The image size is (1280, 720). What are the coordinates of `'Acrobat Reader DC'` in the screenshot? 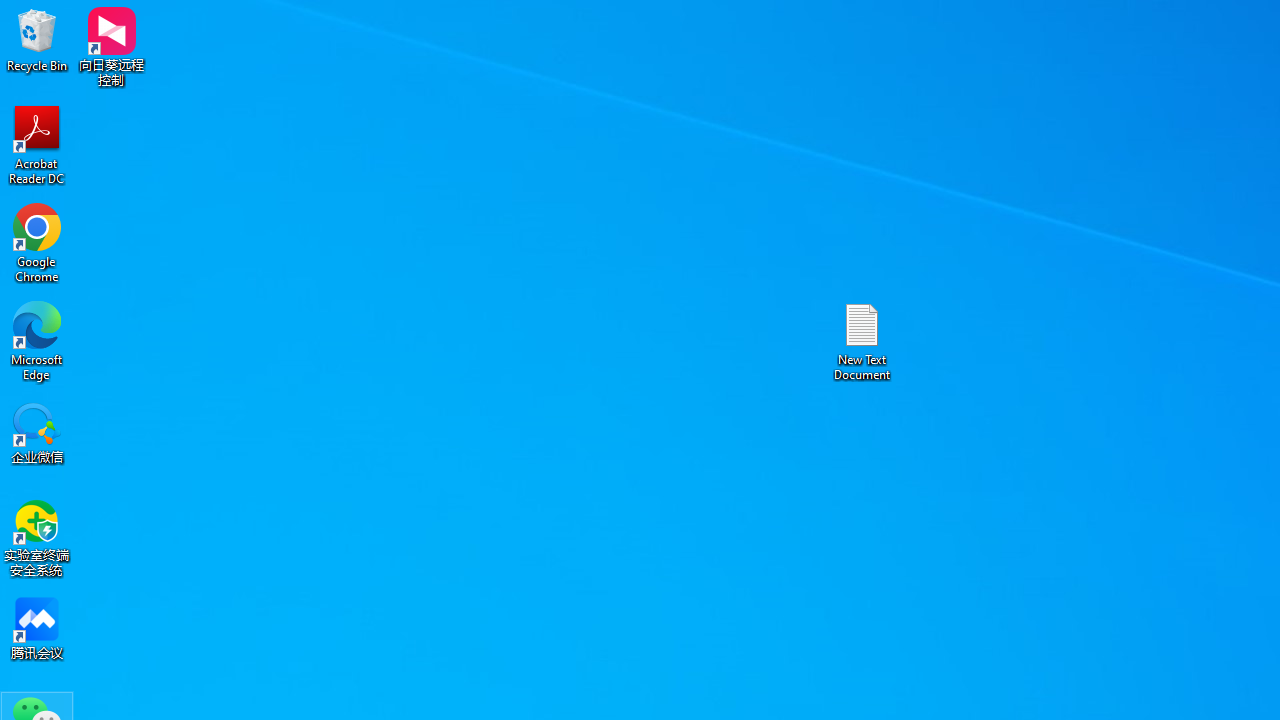 It's located at (37, 144).